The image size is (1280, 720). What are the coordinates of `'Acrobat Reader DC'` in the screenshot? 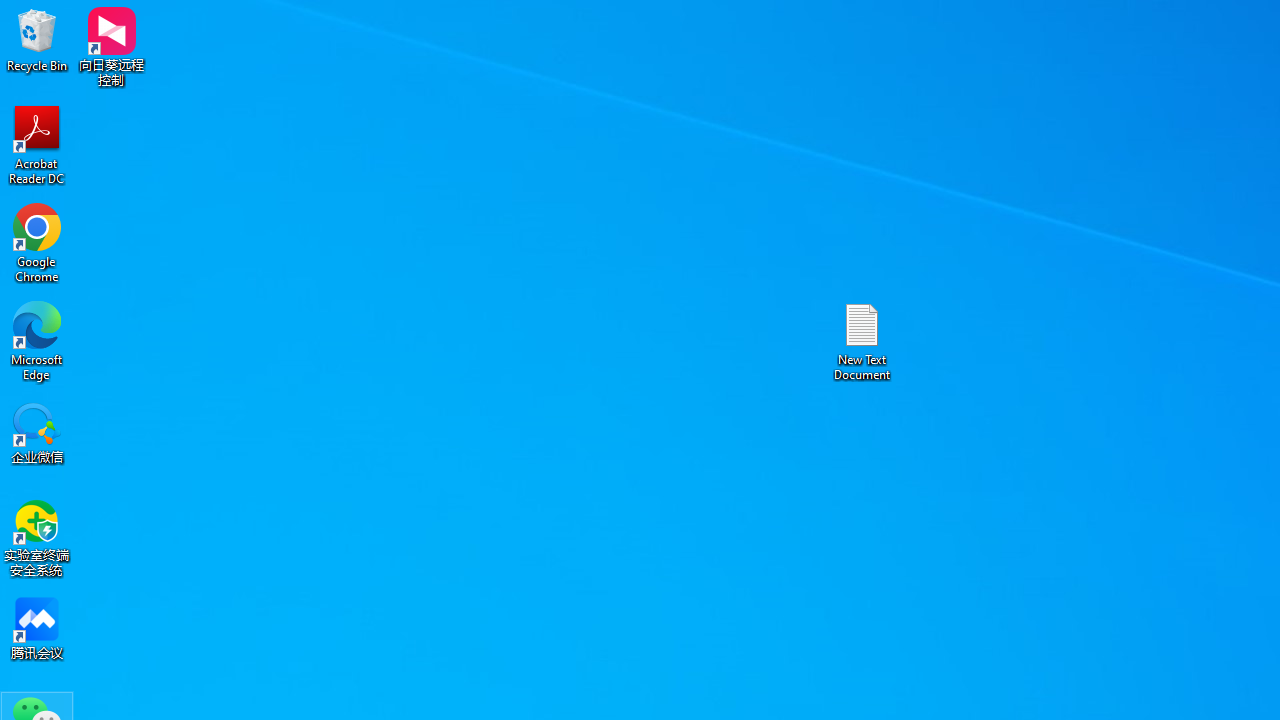 It's located at (37, 144).